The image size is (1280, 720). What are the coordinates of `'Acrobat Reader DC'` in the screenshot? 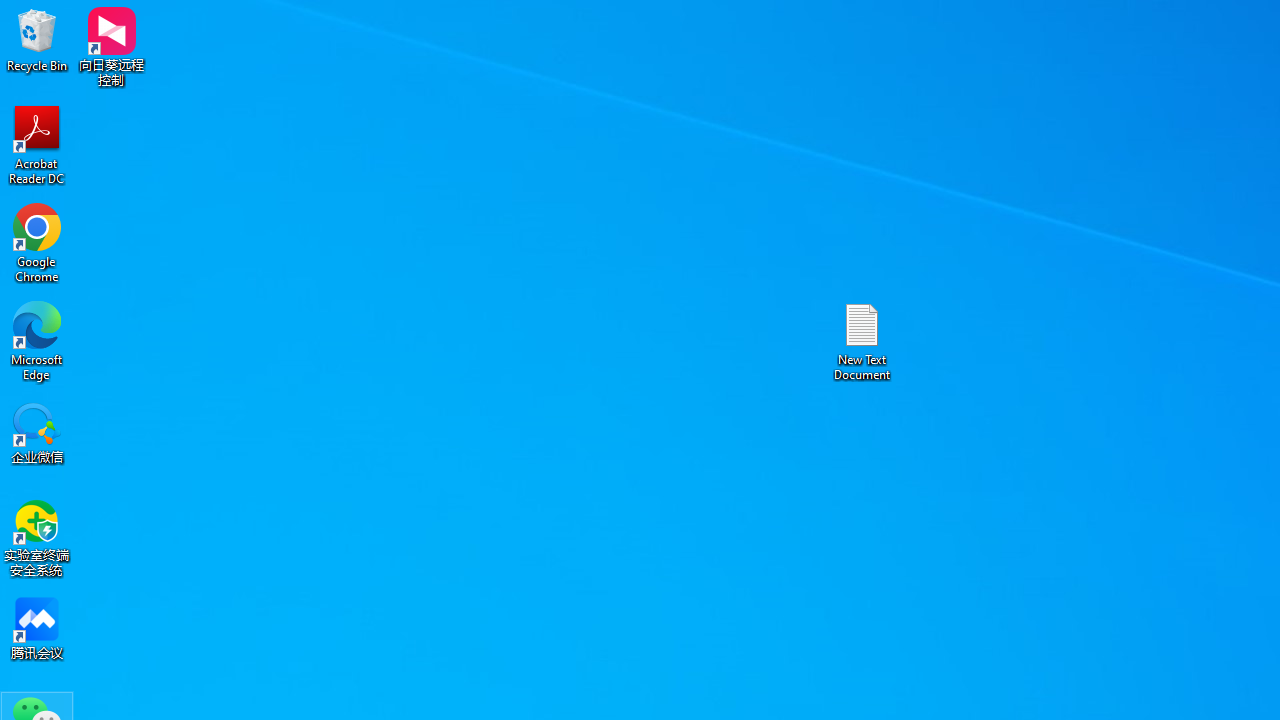 It's located at (37, 144).